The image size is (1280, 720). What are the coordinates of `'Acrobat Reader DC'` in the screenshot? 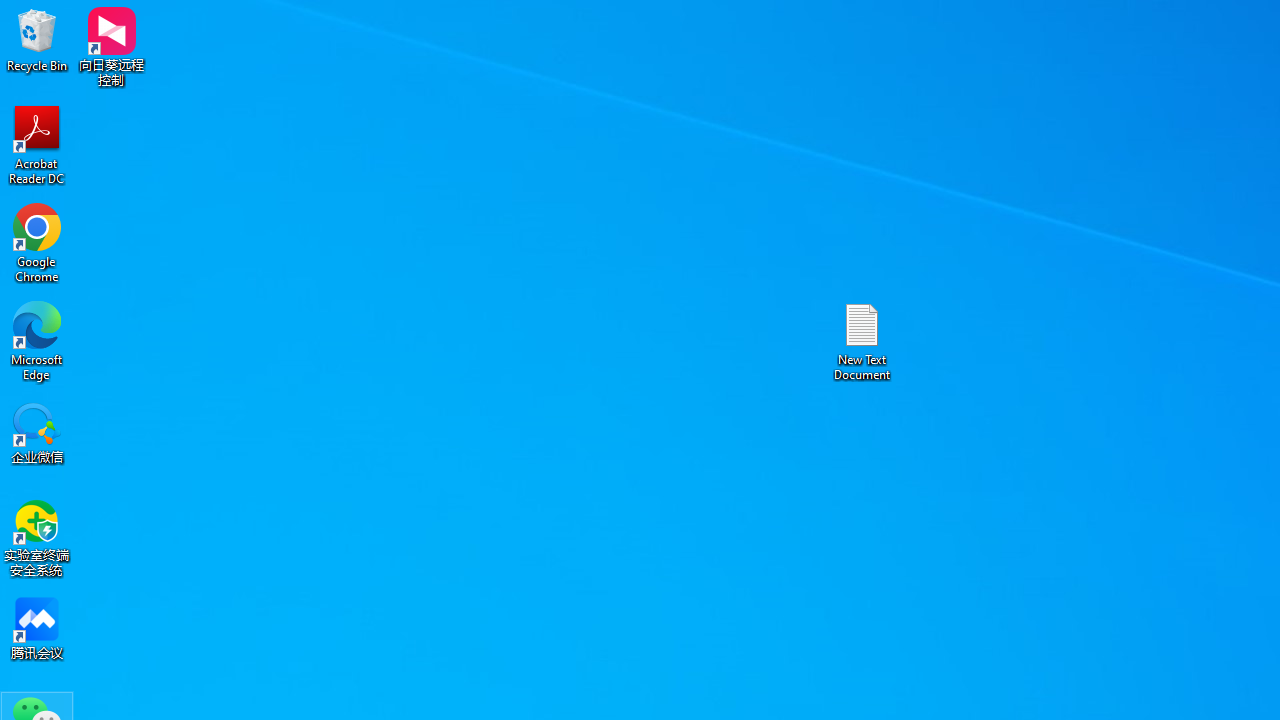 It's located at (37, 144).